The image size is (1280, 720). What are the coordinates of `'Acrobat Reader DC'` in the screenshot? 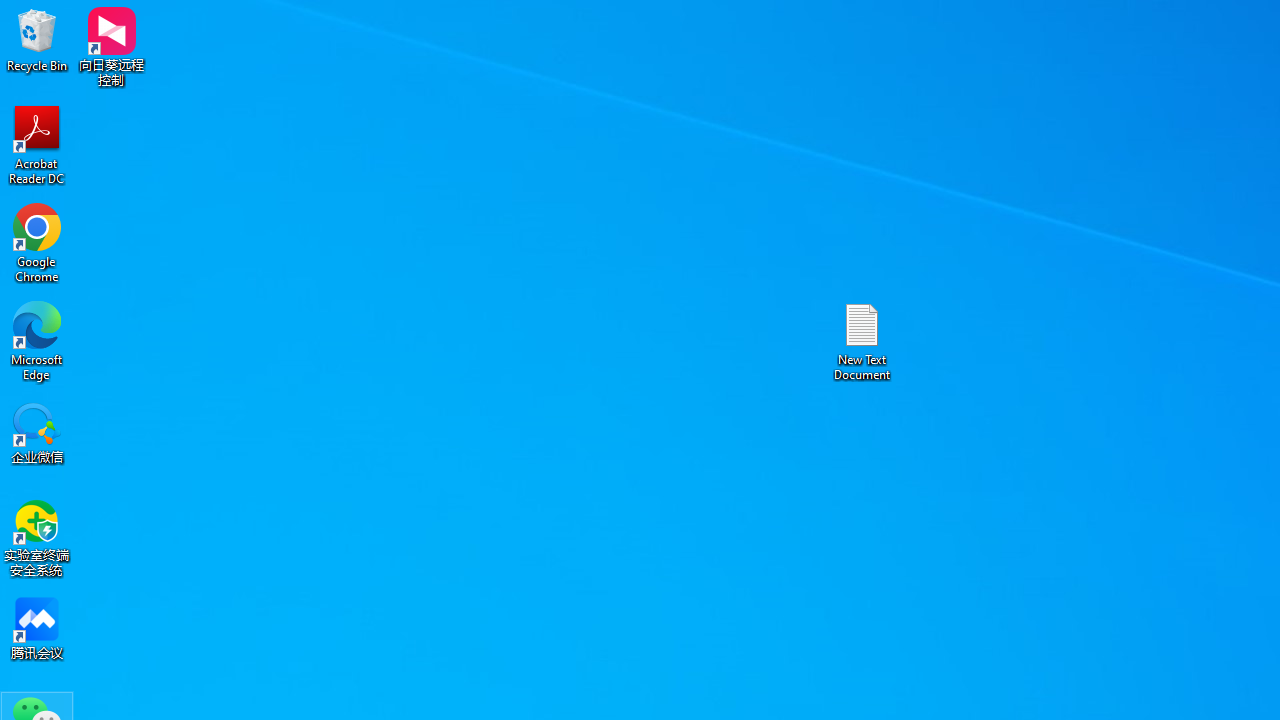 It's located at (37, 144).